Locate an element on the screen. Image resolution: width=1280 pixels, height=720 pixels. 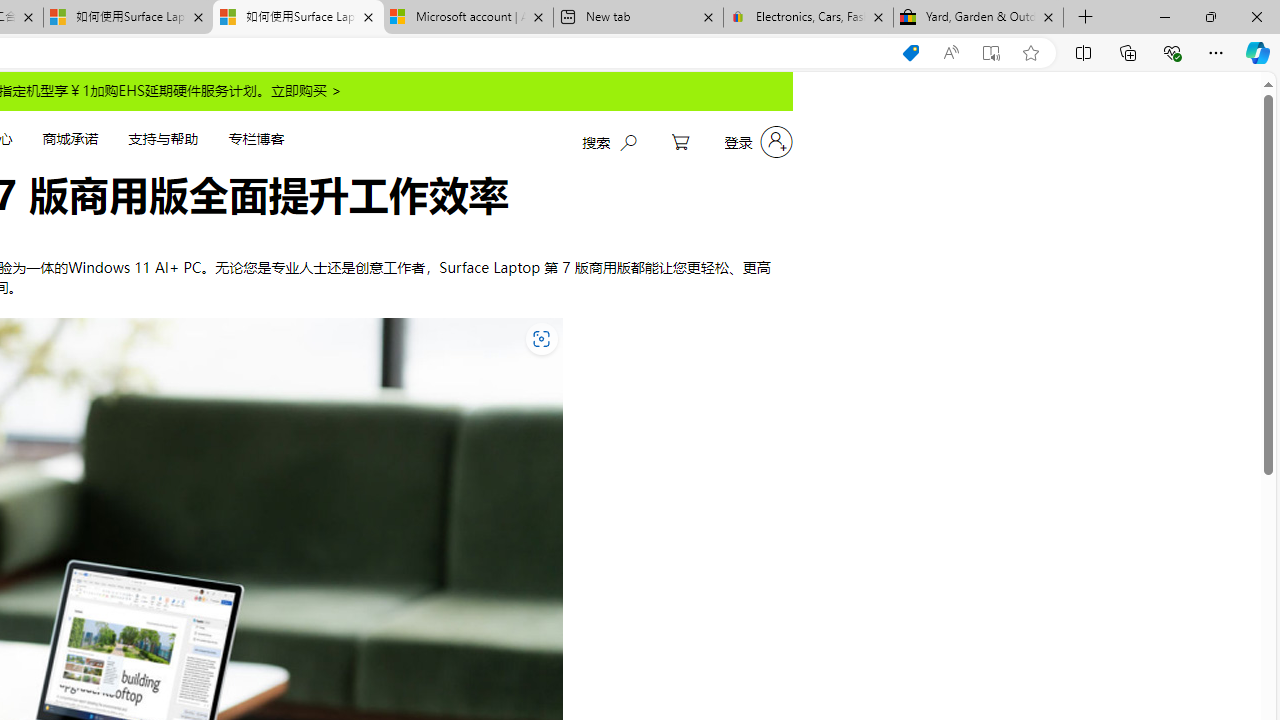
'Microsoft account | Account Checkup' is located at coordinates (467, 17).